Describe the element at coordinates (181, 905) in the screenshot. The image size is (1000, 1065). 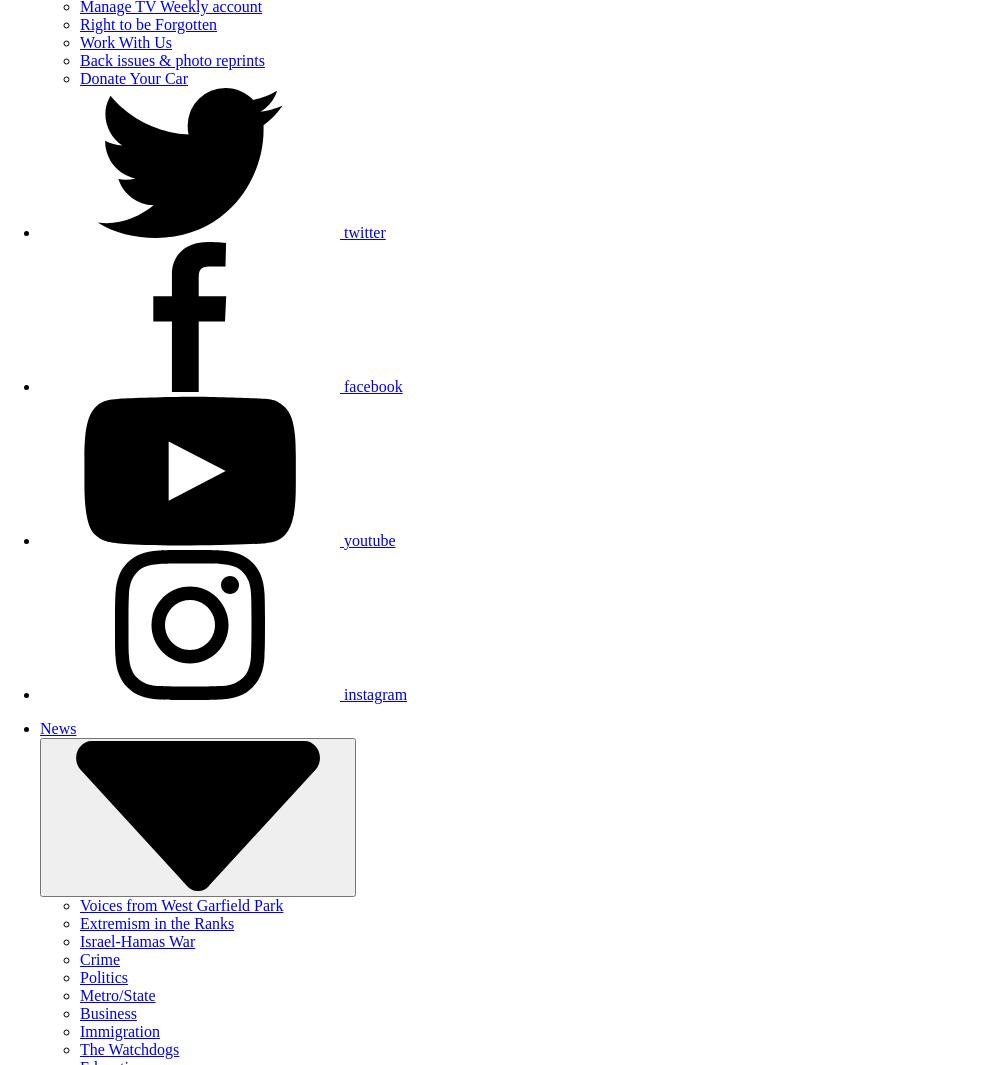
I see `'Voices from West Garfield Park'` at that location.